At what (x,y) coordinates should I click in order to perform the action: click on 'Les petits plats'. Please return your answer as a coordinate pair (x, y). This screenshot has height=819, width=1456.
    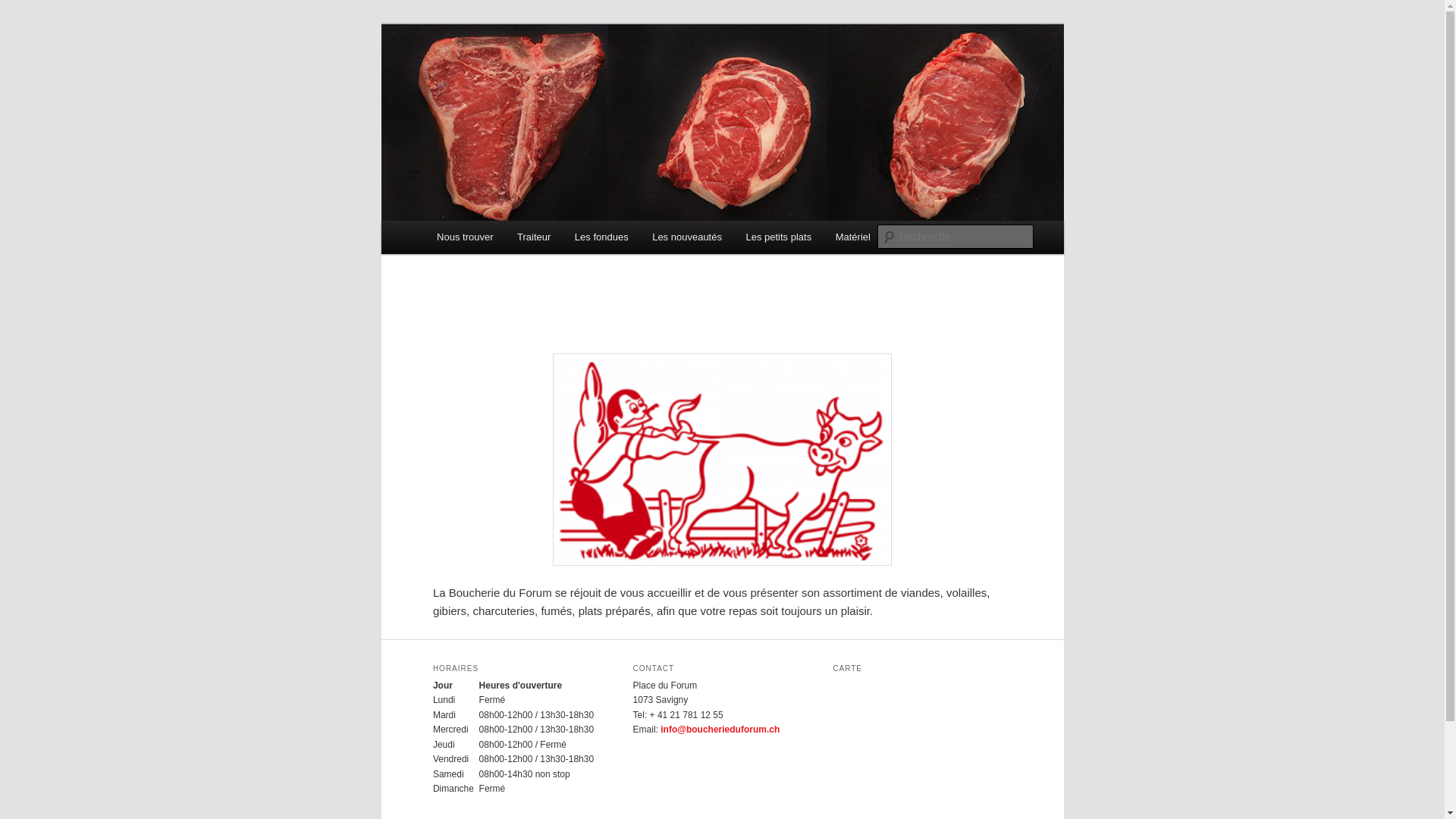
    Looking at the image, I should click on (779, 237).